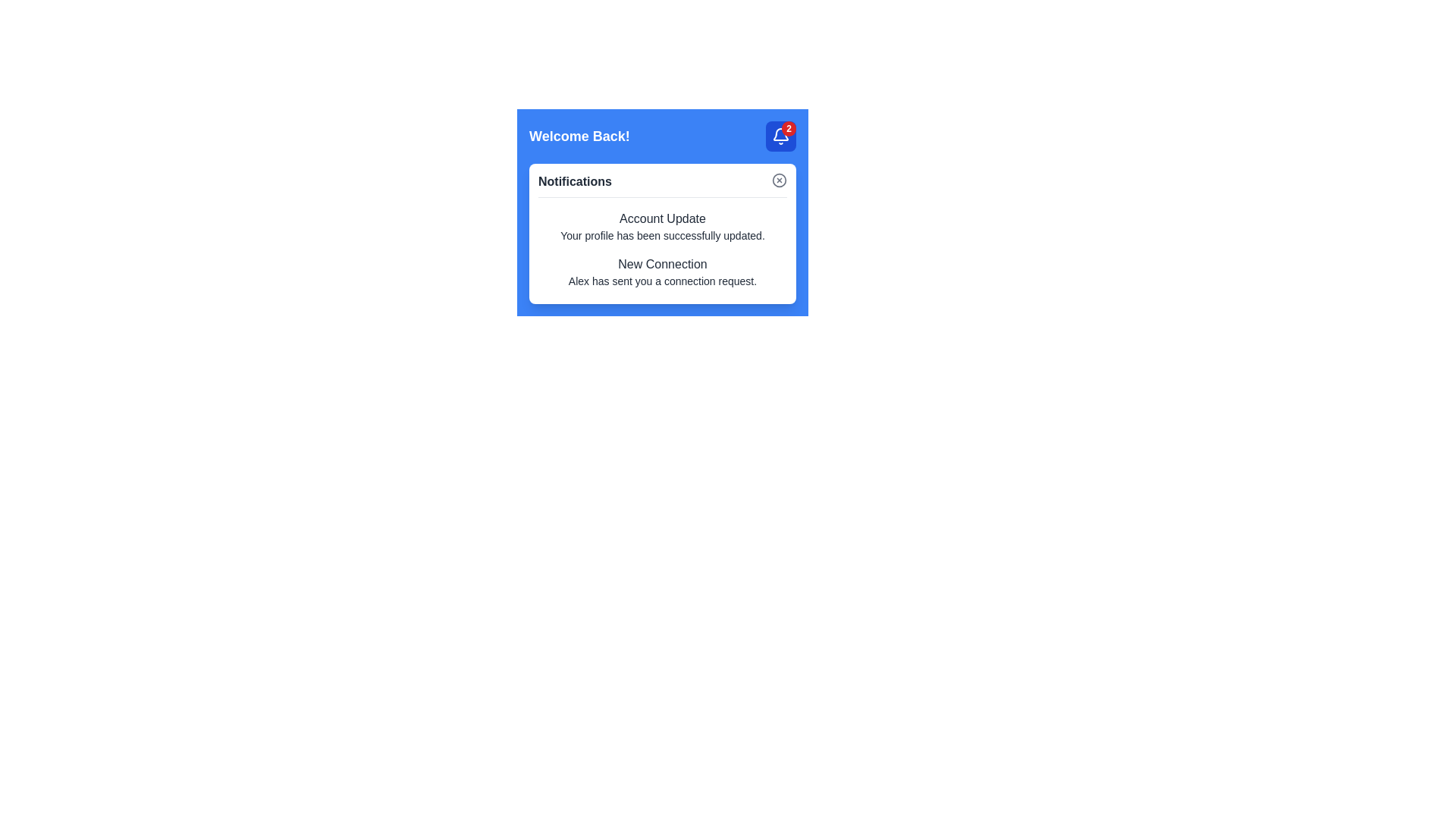  What do you see at coordinates (662, 271) in the screenshot?
I see `notification message titled 'New Connection' which states 'Alex has sent you a connection request.' This notification is the second in the list under the 'Notifications' section` at bounding box center [662, 271].